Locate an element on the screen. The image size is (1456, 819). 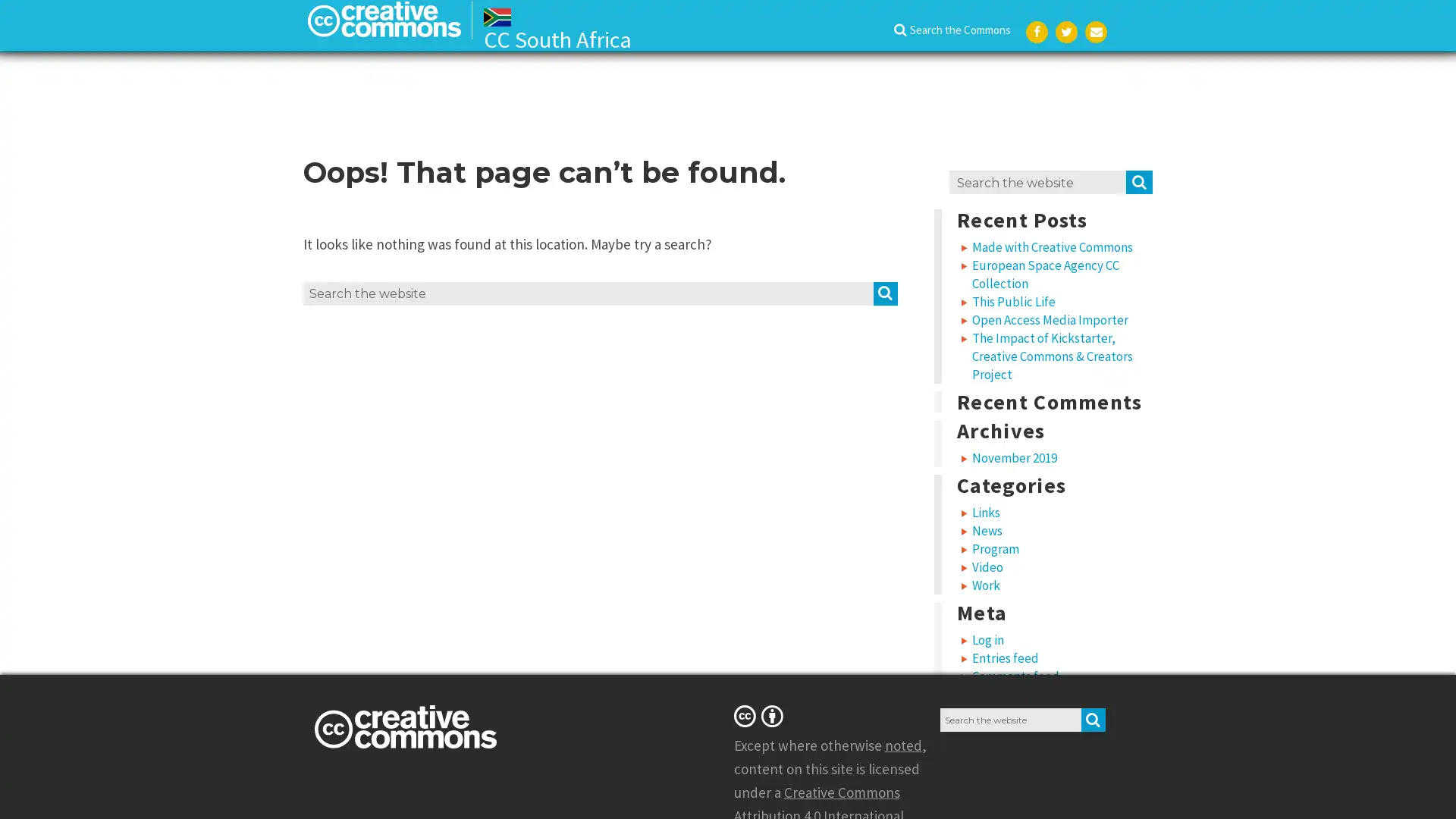
SEARCH is located at coordinates (885, 293).